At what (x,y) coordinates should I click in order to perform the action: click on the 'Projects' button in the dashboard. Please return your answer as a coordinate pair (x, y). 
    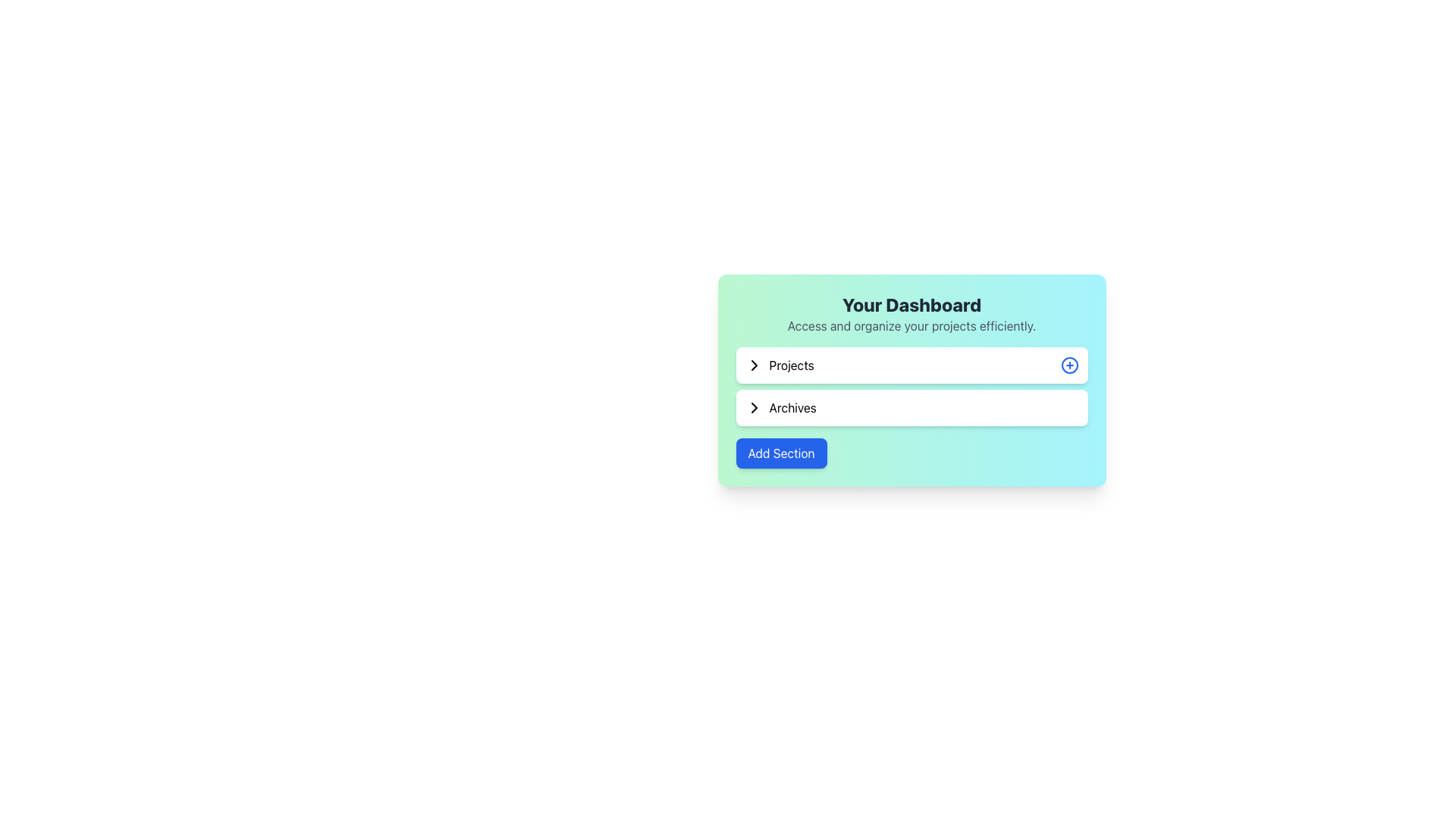
    Looking at the image, I should click on (911, 366).